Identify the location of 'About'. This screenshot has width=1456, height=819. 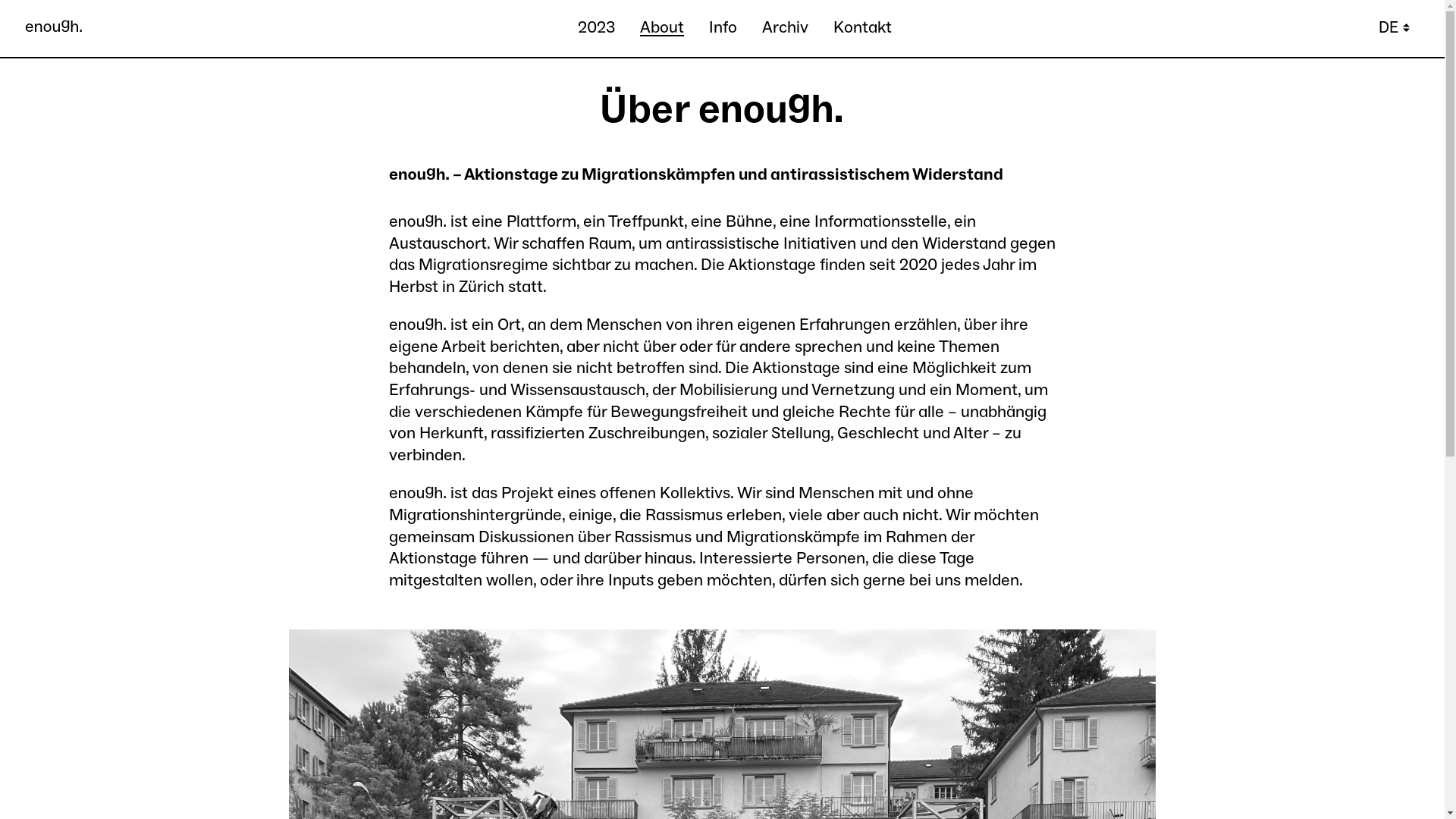
(640, 28).